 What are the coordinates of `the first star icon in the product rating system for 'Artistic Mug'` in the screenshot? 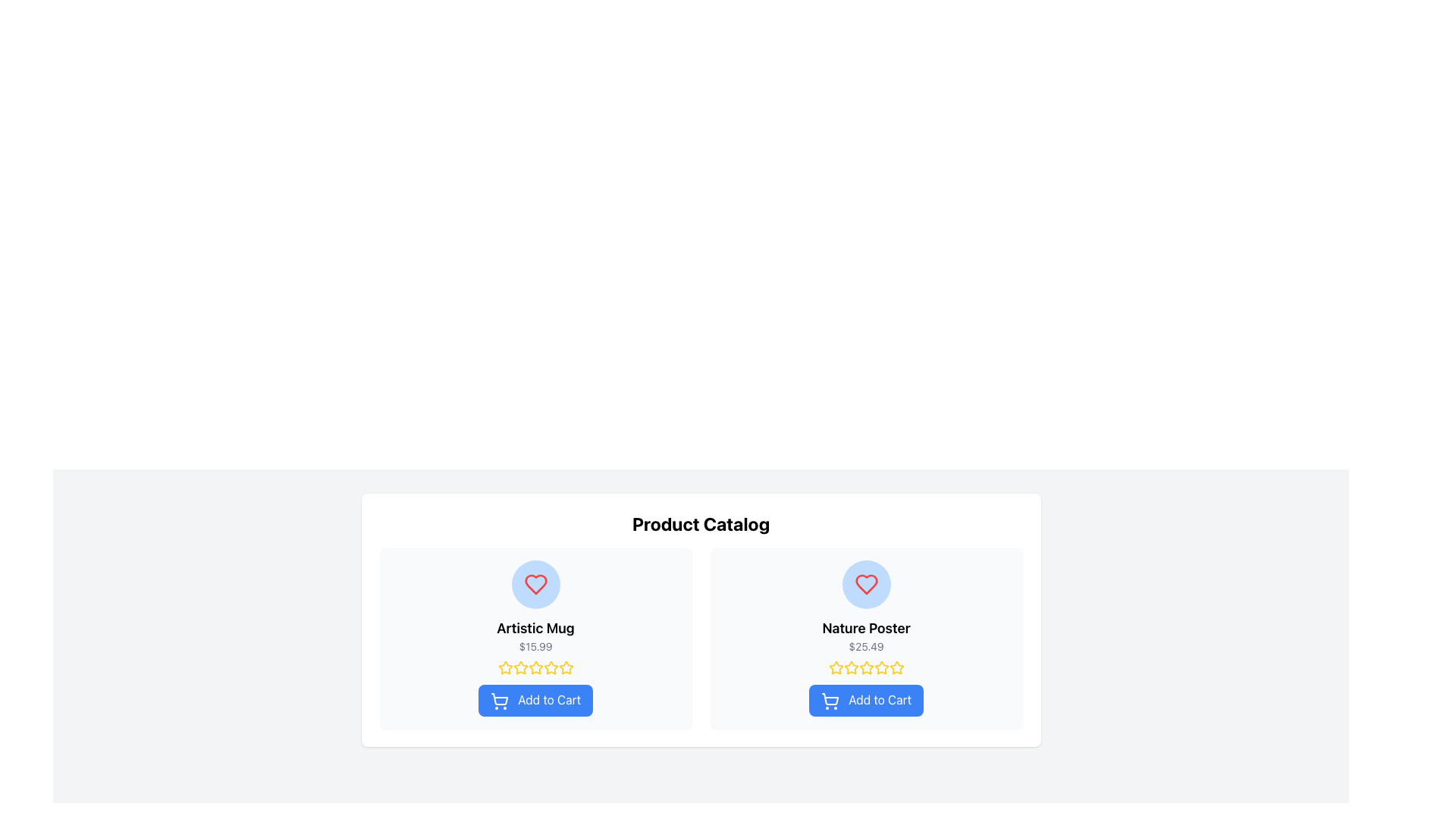 It's located at (505, 667).